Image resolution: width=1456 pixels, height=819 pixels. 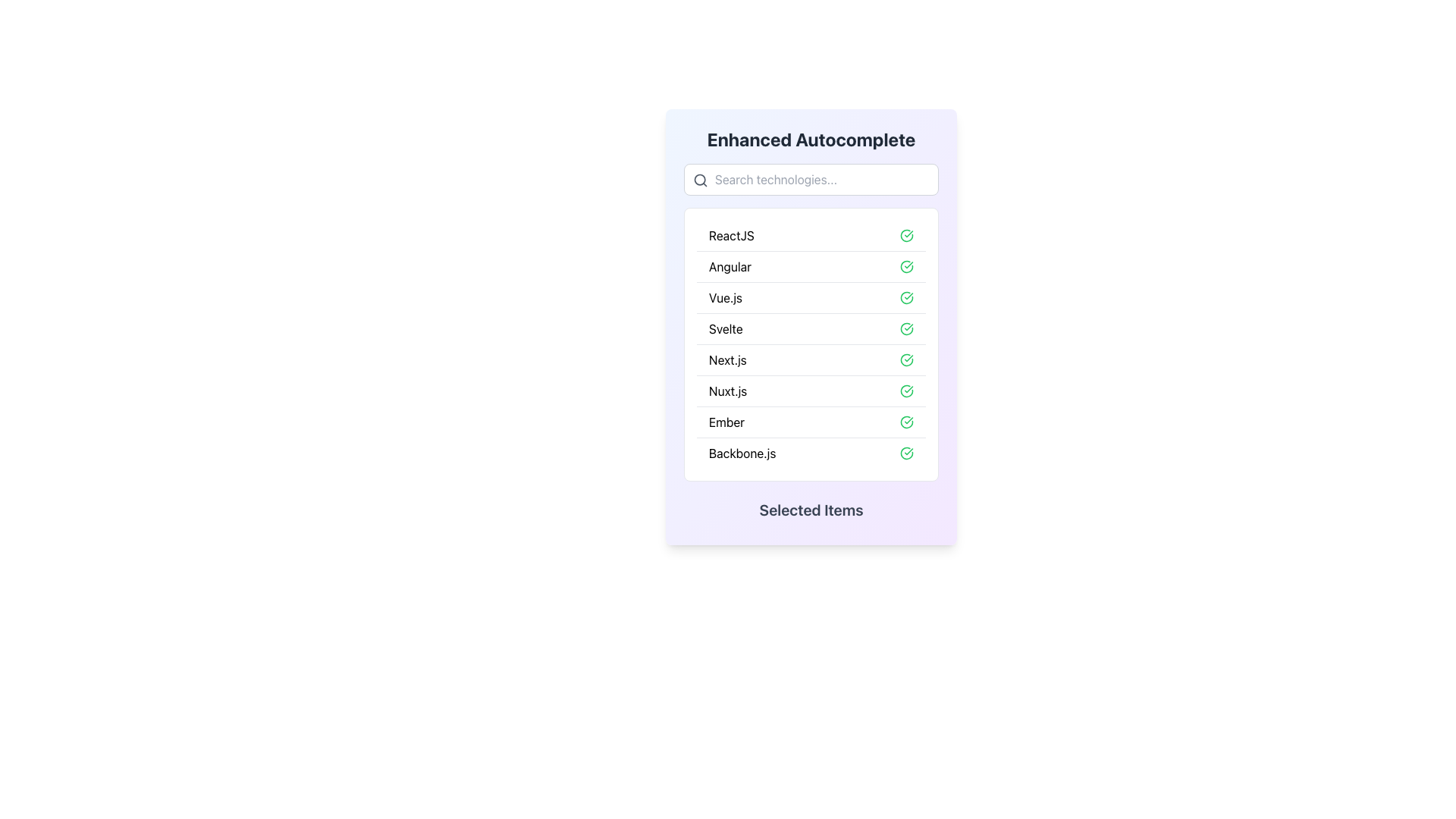 I want to click on the text label displaying 'Svelte' located in the fourth row of the 'Enhanced Autocomplete' box, adjacent to an action or status indicator icon, so click(x=725, y=328).